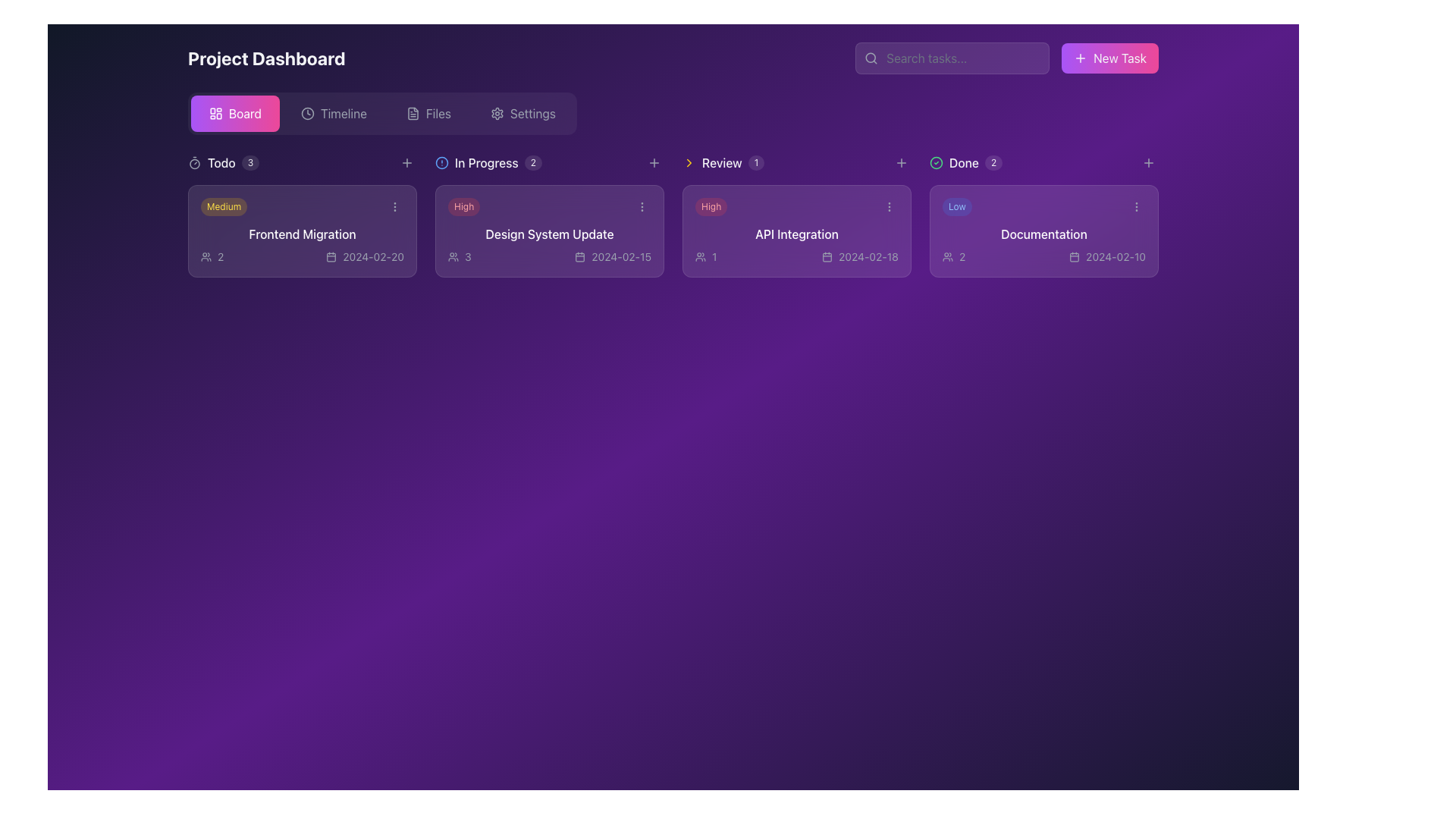 The image size is (1456, 819). I want to click on date displayed on the label with an accompanying icon indicating a deadline for the task 'Documentation' in the 'Done' column of the kanban board, so click(1107, 256).